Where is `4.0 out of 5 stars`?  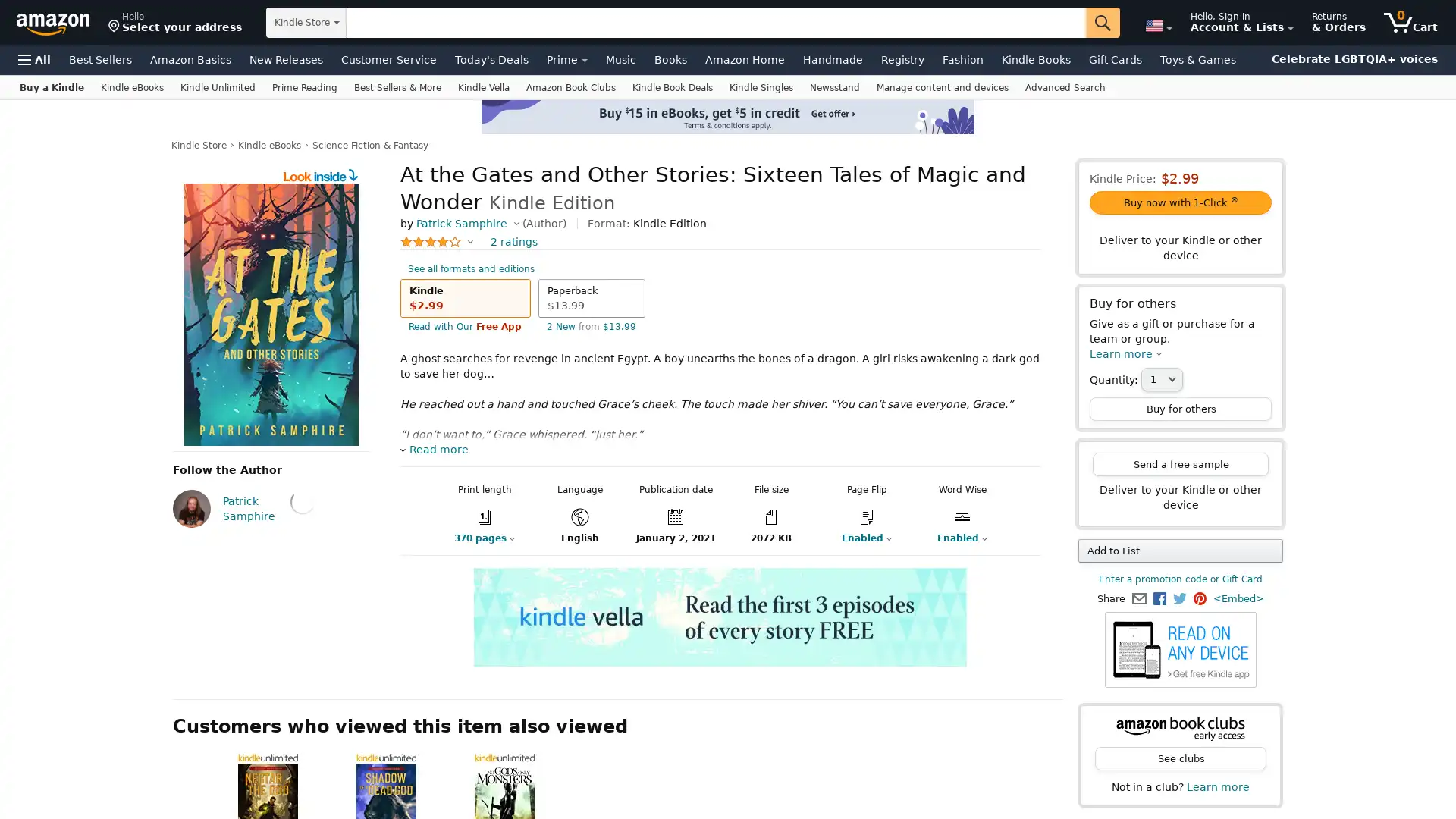 4.0 out of 5 stars is located at coordinates (436, 241).